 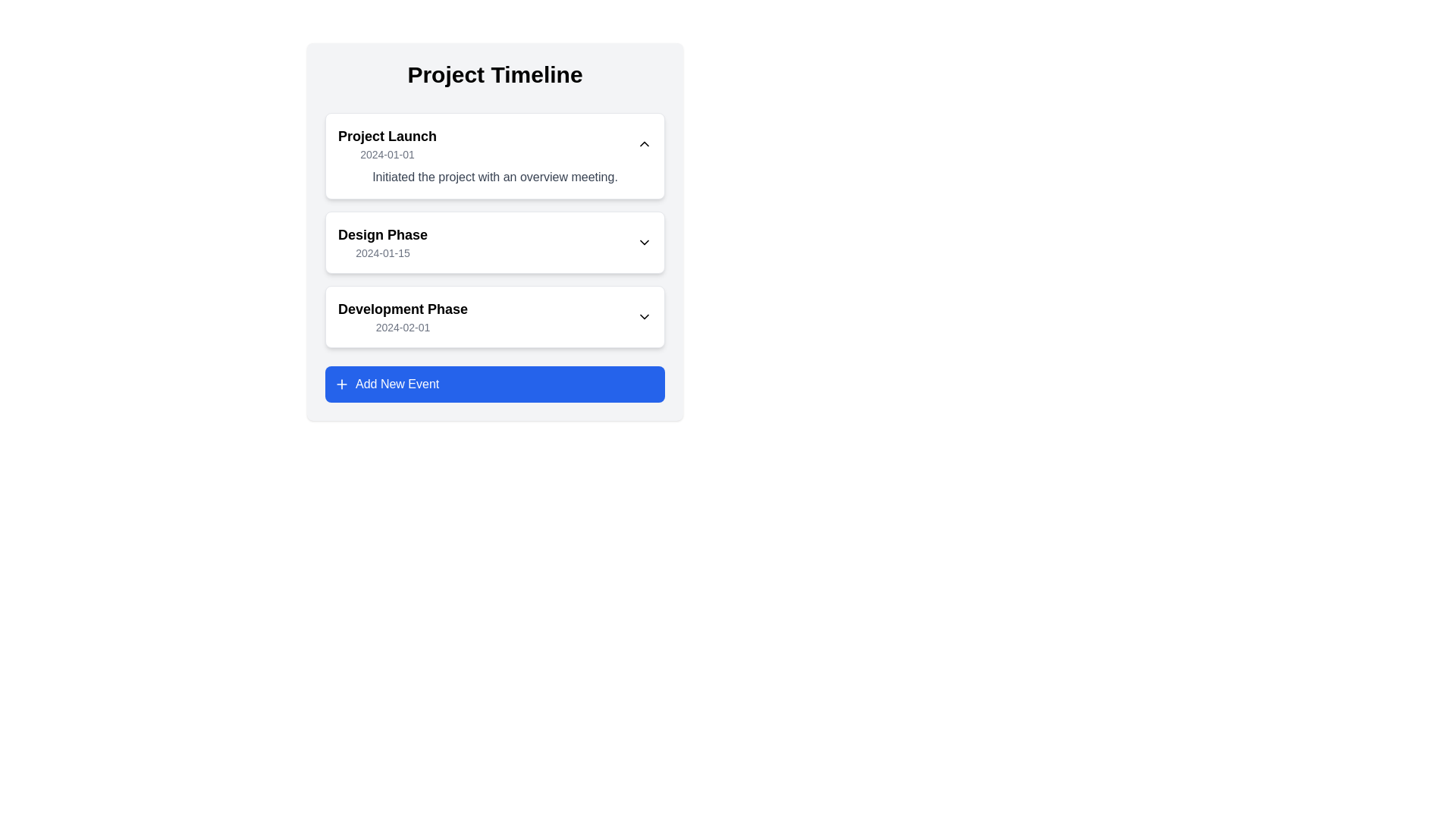 What do you see at coordinates (382, 234) in the screenshot?
I see `the Text Label that summarizes the phase of the project, which is located in the middle section of the timeline interface, directly above the date '2024-01-15'` at bounding box center [382, 234].